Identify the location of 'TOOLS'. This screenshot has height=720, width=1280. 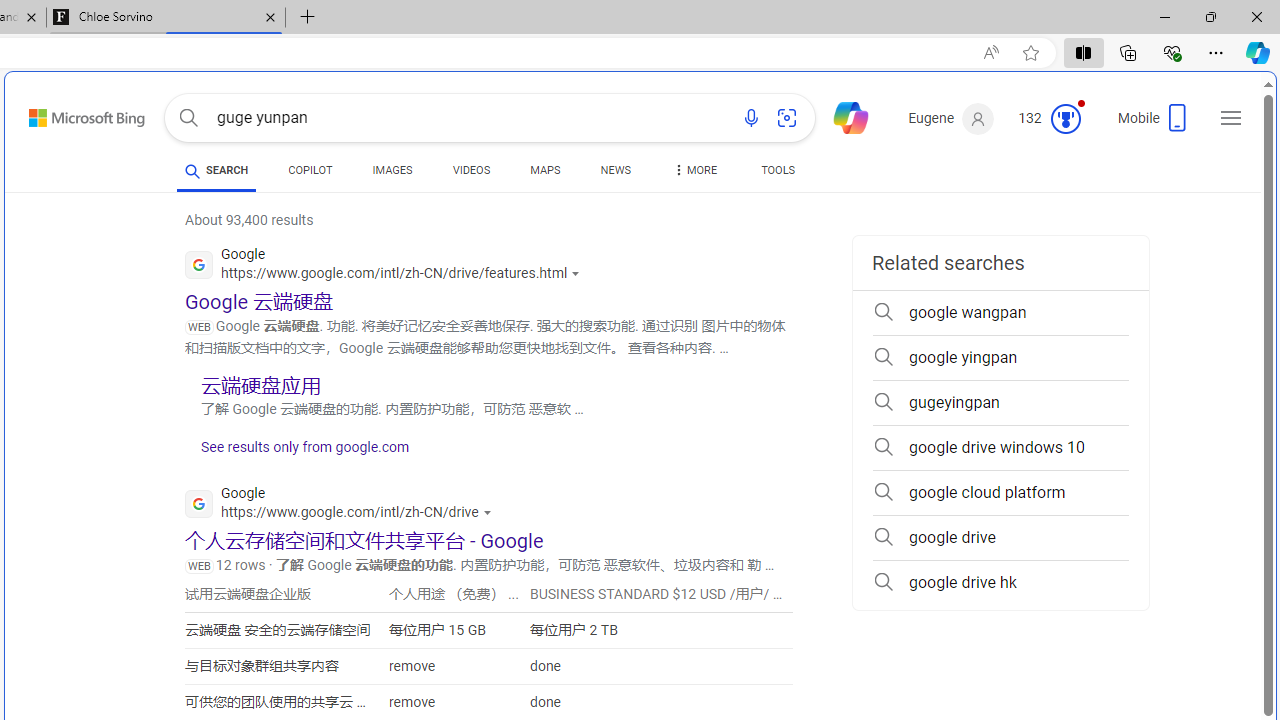
(777, 172).